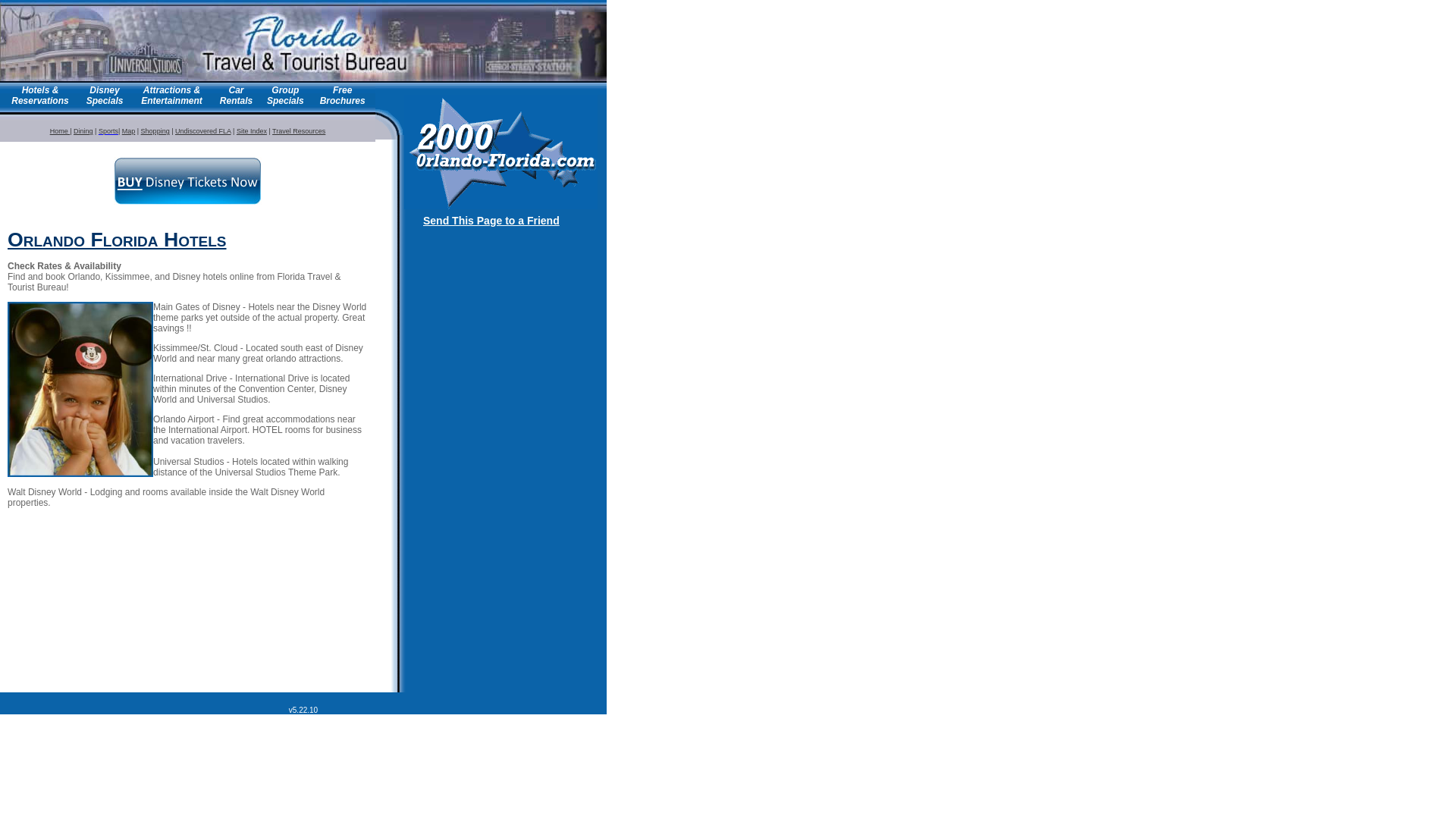  Describe the element at coordinates (171, 100) in the screenshot. I see `'Entertainment'` at that location.